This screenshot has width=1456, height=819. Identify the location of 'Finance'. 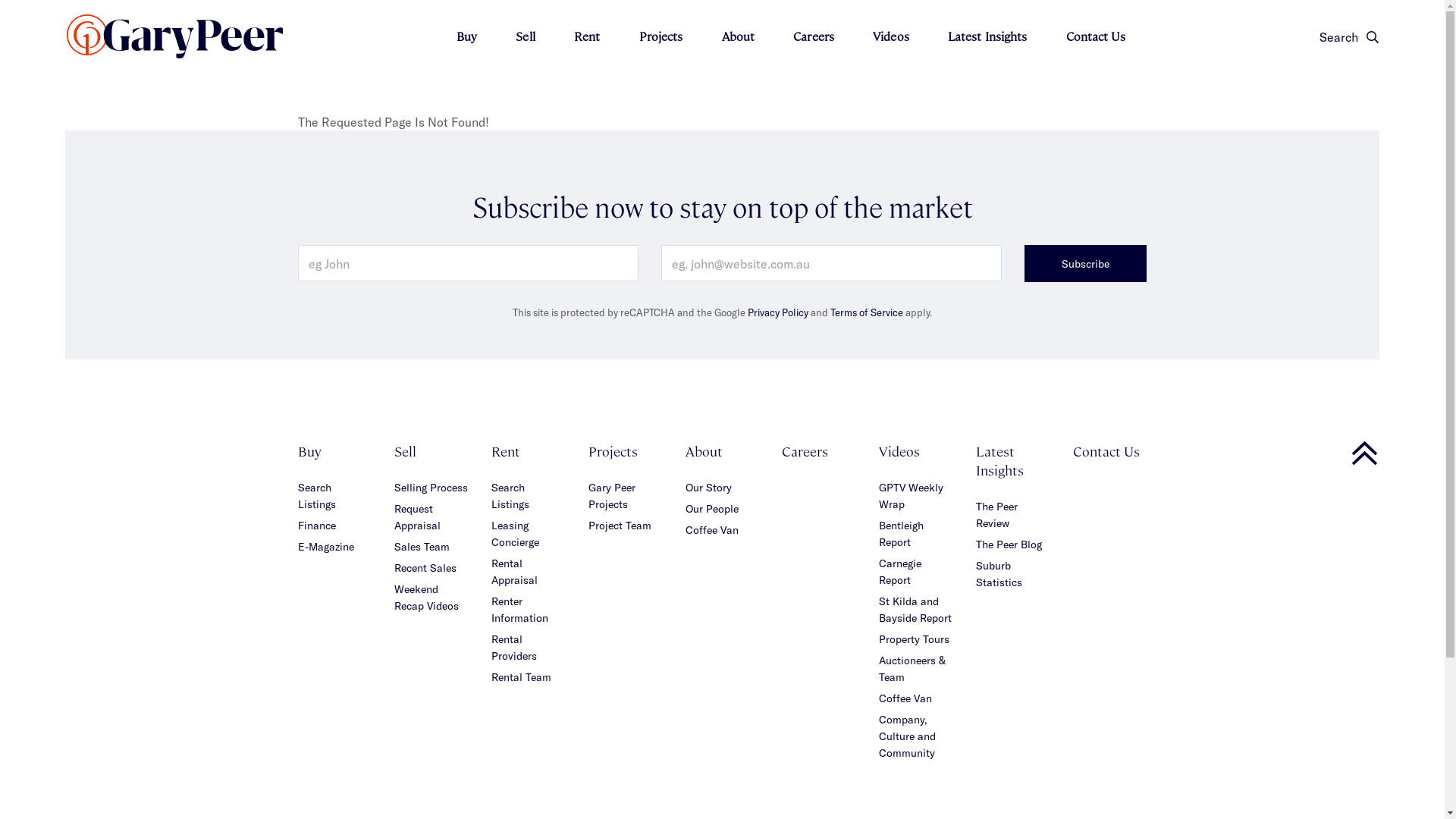
(315, 524).